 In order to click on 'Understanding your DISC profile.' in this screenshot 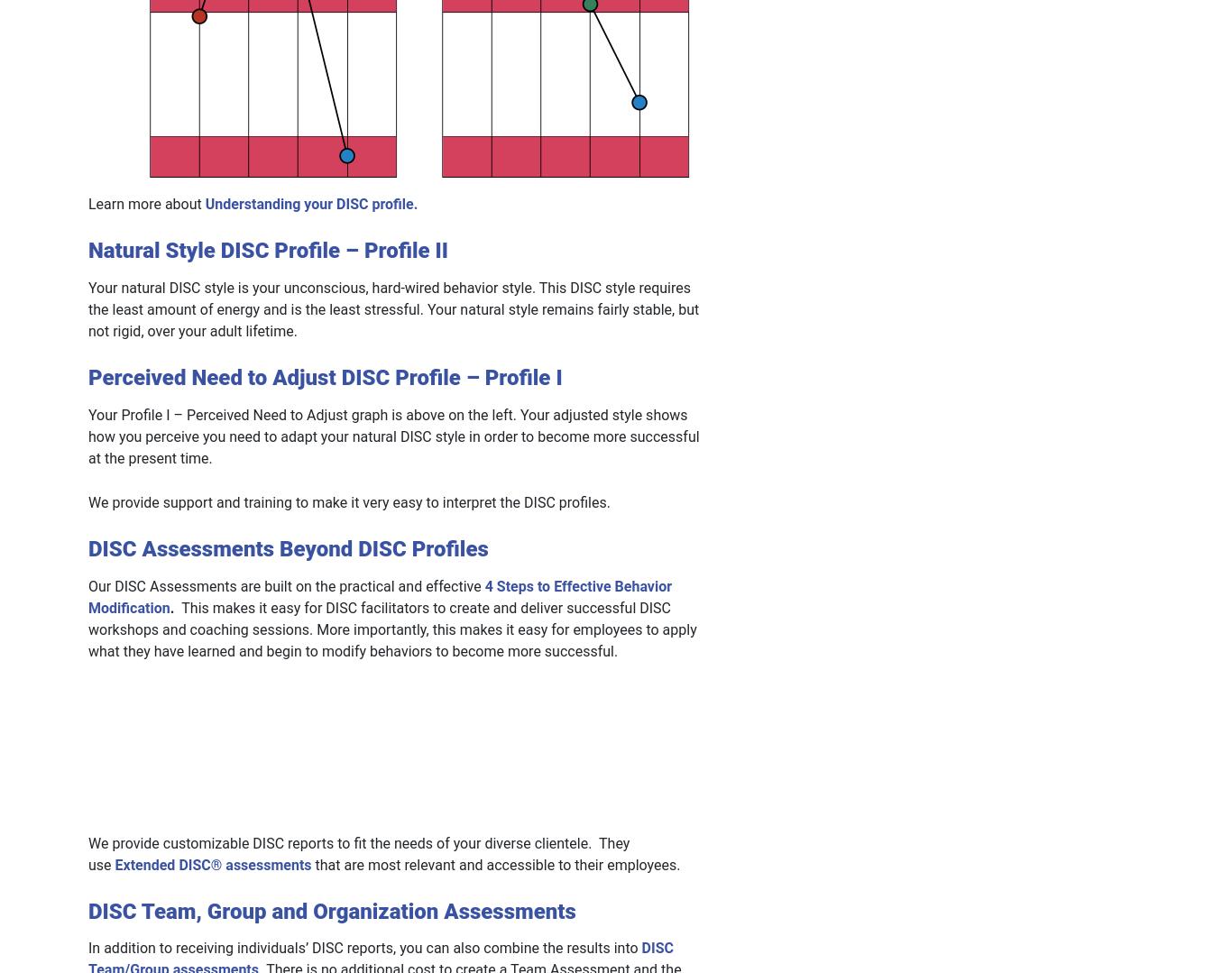, I will do `click(310, 203)`.